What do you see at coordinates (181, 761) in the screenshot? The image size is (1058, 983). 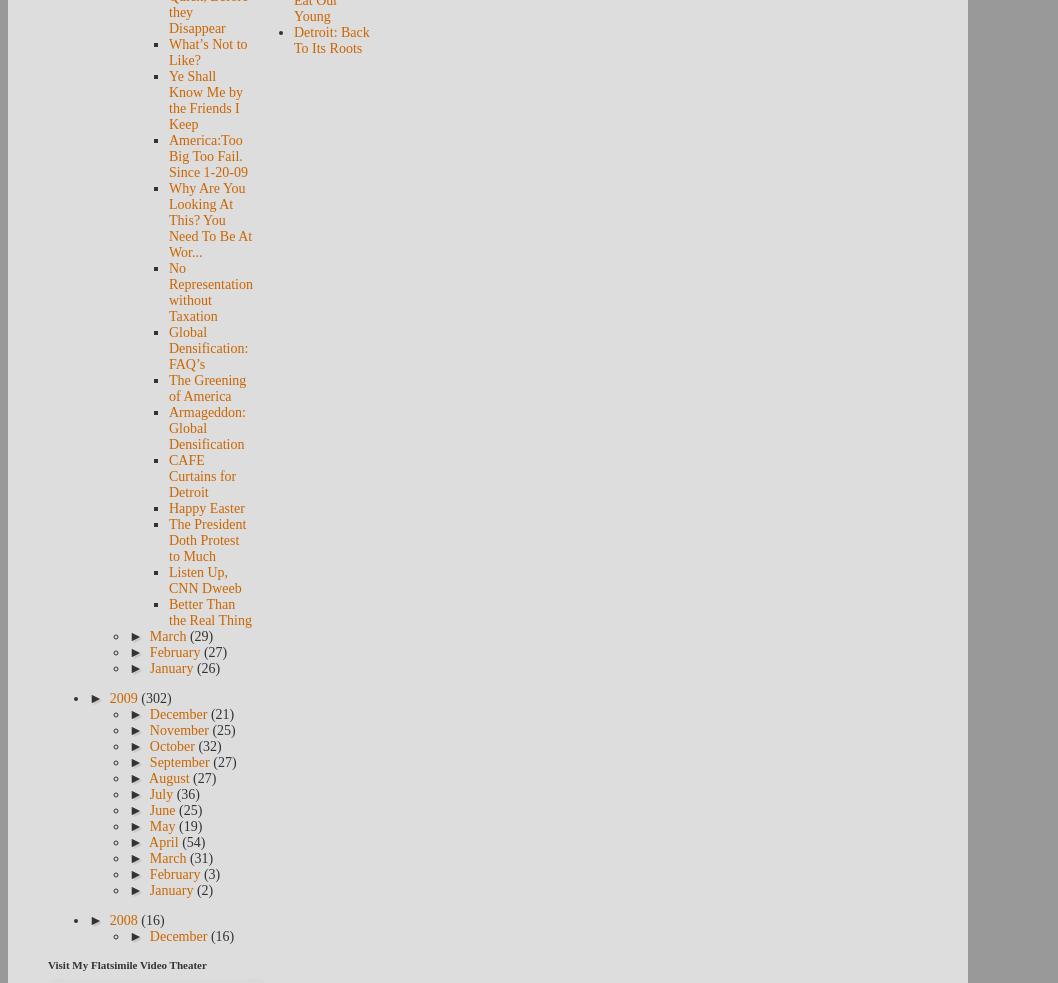 I see `'September'` at bounding box center [181, 761].